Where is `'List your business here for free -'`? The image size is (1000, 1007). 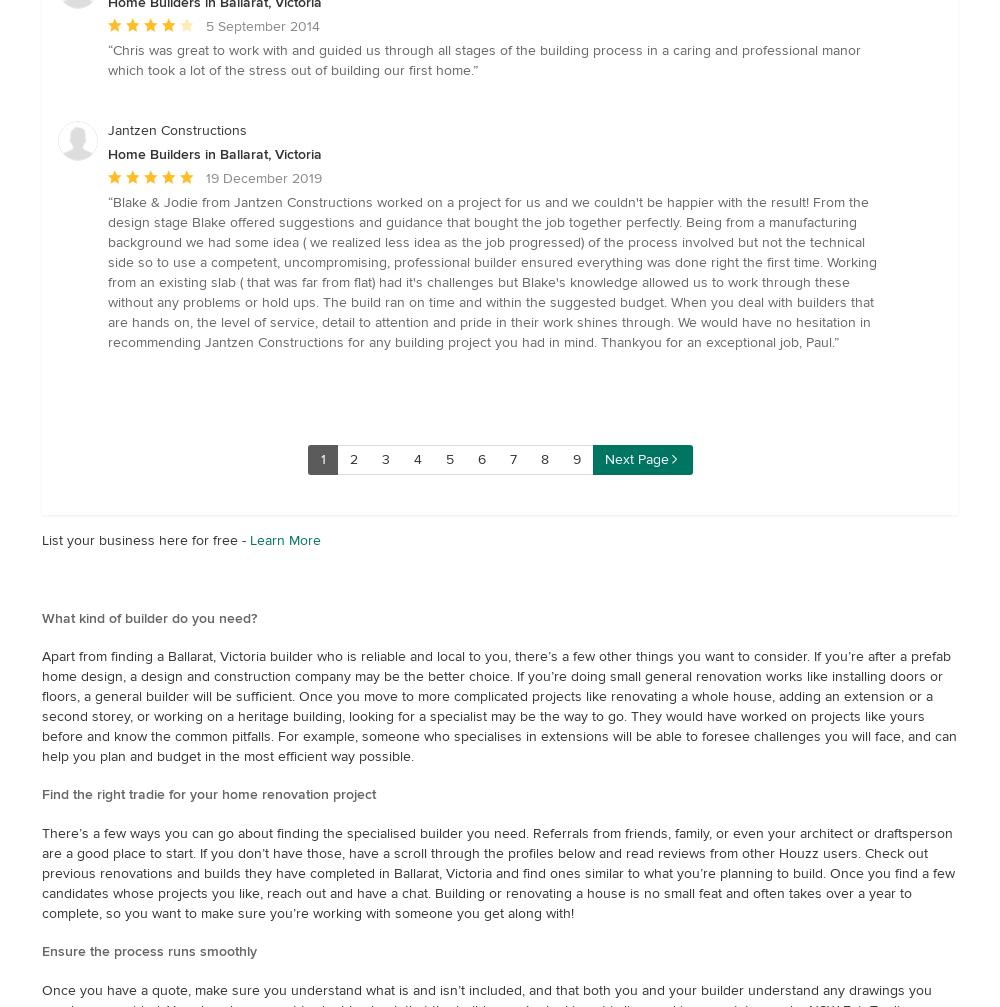
'List your business here for free -' is located at coordinates (42, 538).